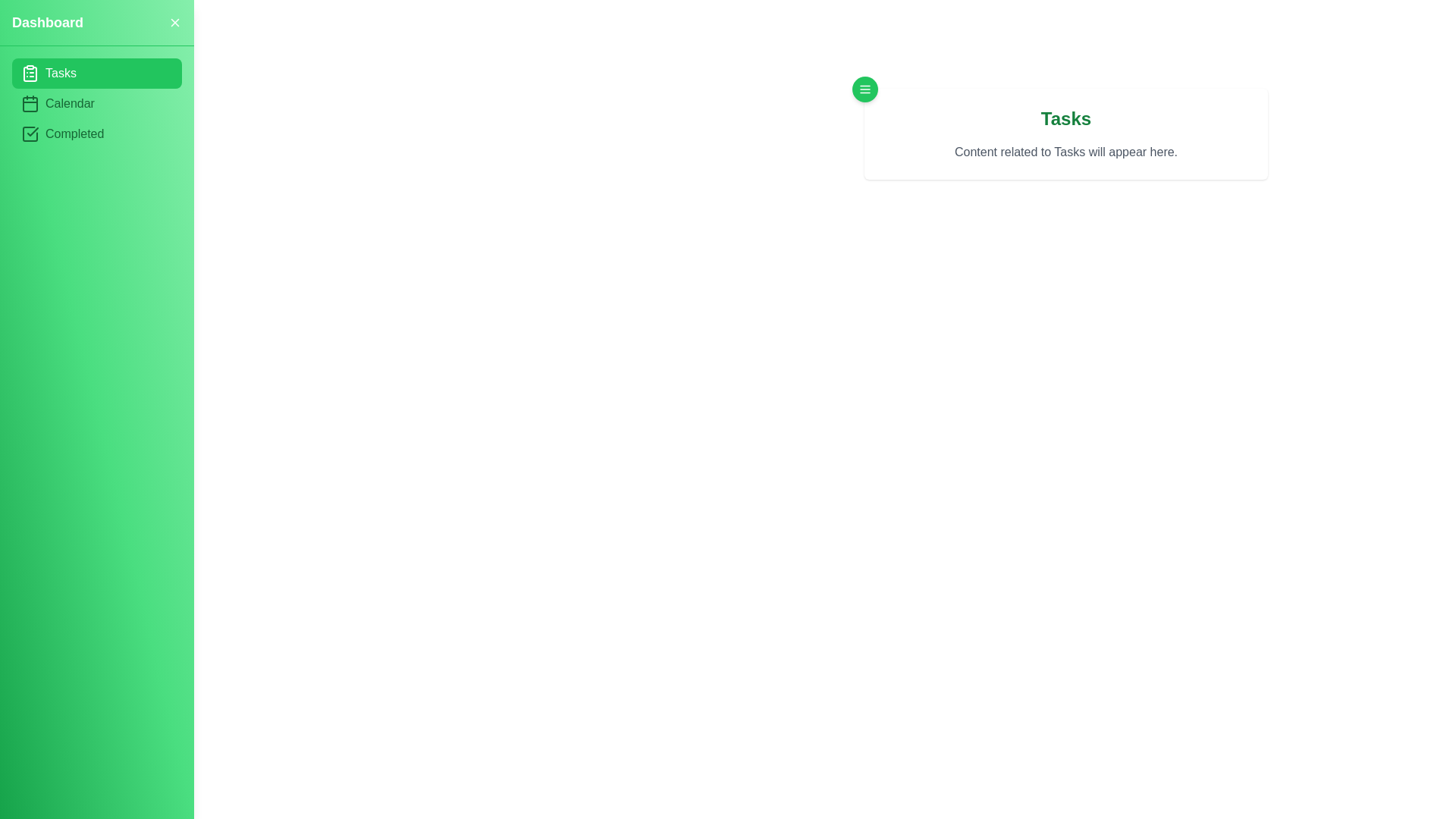 The width and height of the screenshot is (1456, 819). What do you see at coordinates (96, 133) in the screenshot?
I see `the Completed section by clicking on its corresponding menu item in the sidebar` at bounding box center [96, 133].